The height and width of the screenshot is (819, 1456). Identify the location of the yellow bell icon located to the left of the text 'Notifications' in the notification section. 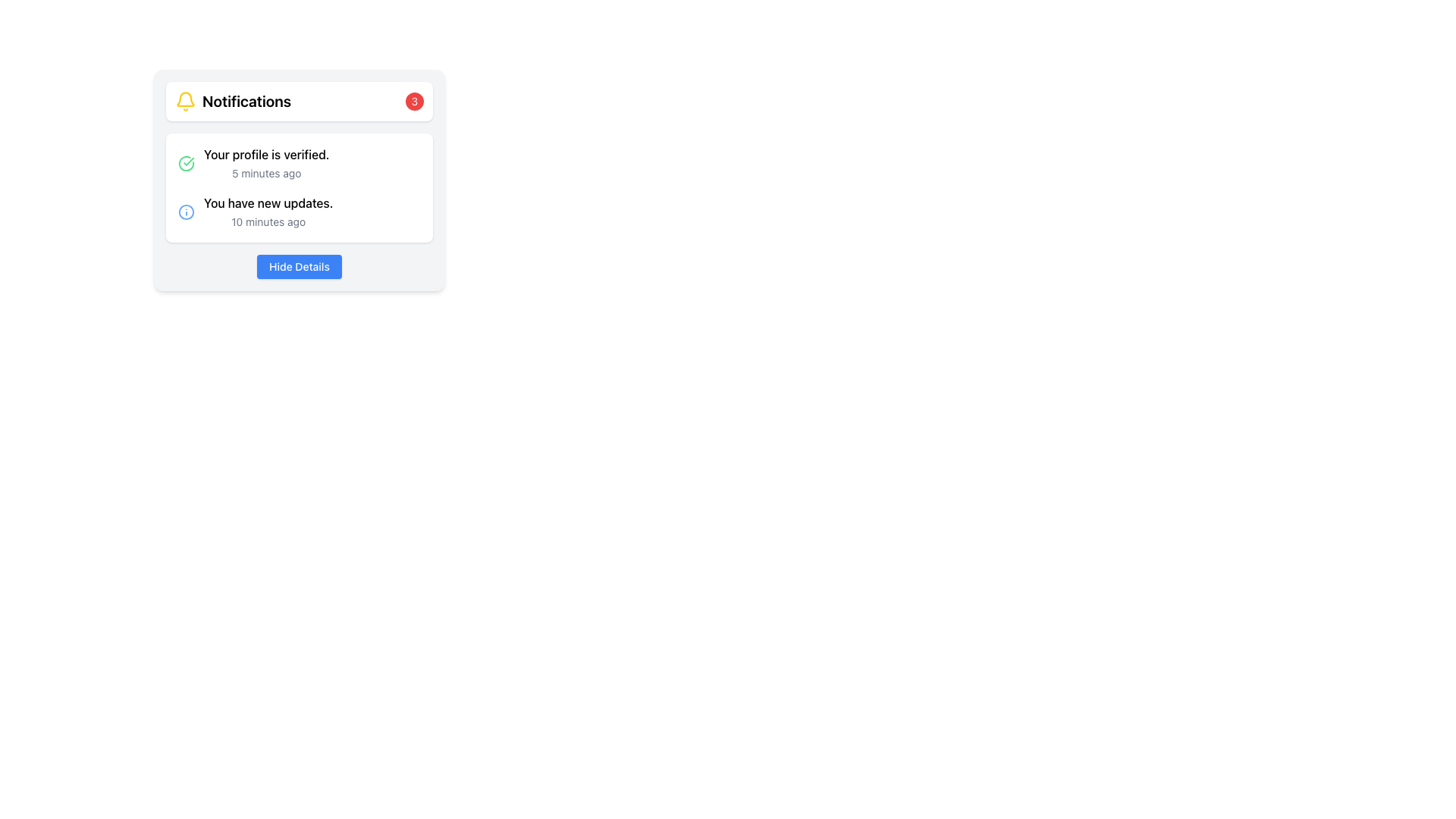
(184, 102).